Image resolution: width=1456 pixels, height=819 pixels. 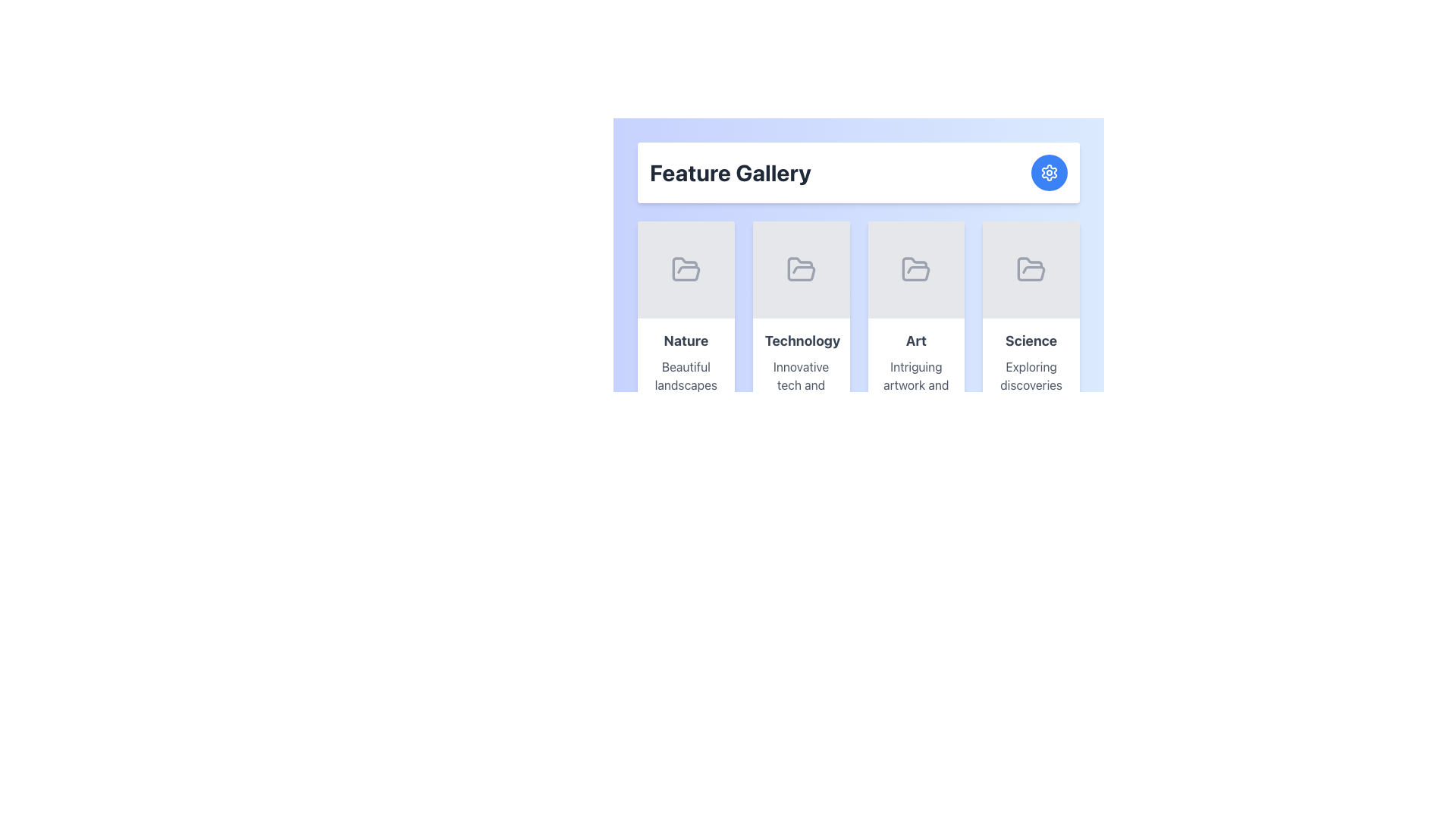 I want to click on the gray, stylized folder icon located in the fourth column under the 'Science' section, positioned beneath the 'Feature Gallery' heading, so click(x=1031, y=268).